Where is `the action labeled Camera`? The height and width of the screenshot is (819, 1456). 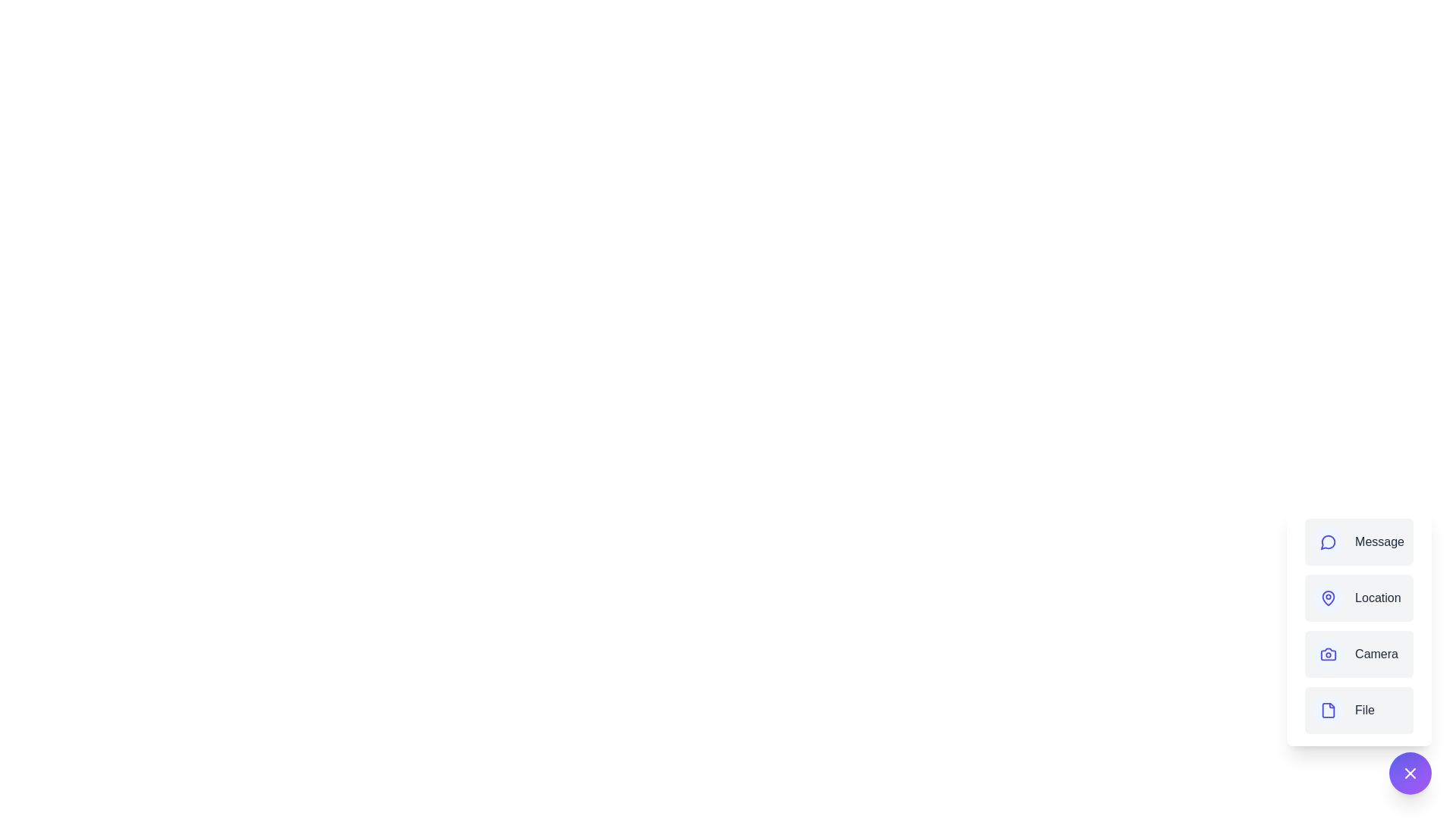 the action labeled Camera is located at coordinates (1359, 654).